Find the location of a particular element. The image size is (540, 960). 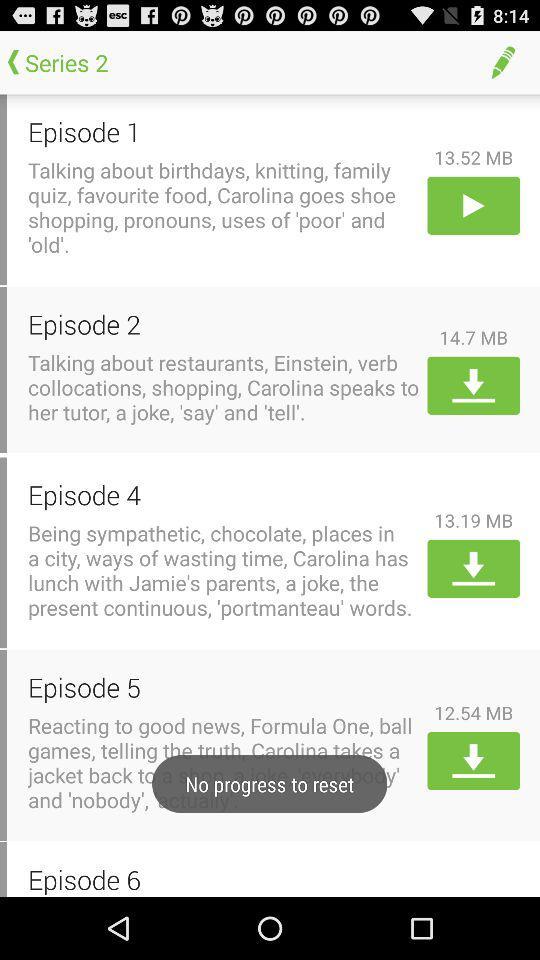

episode 2 is located at coordinates (223, 324).